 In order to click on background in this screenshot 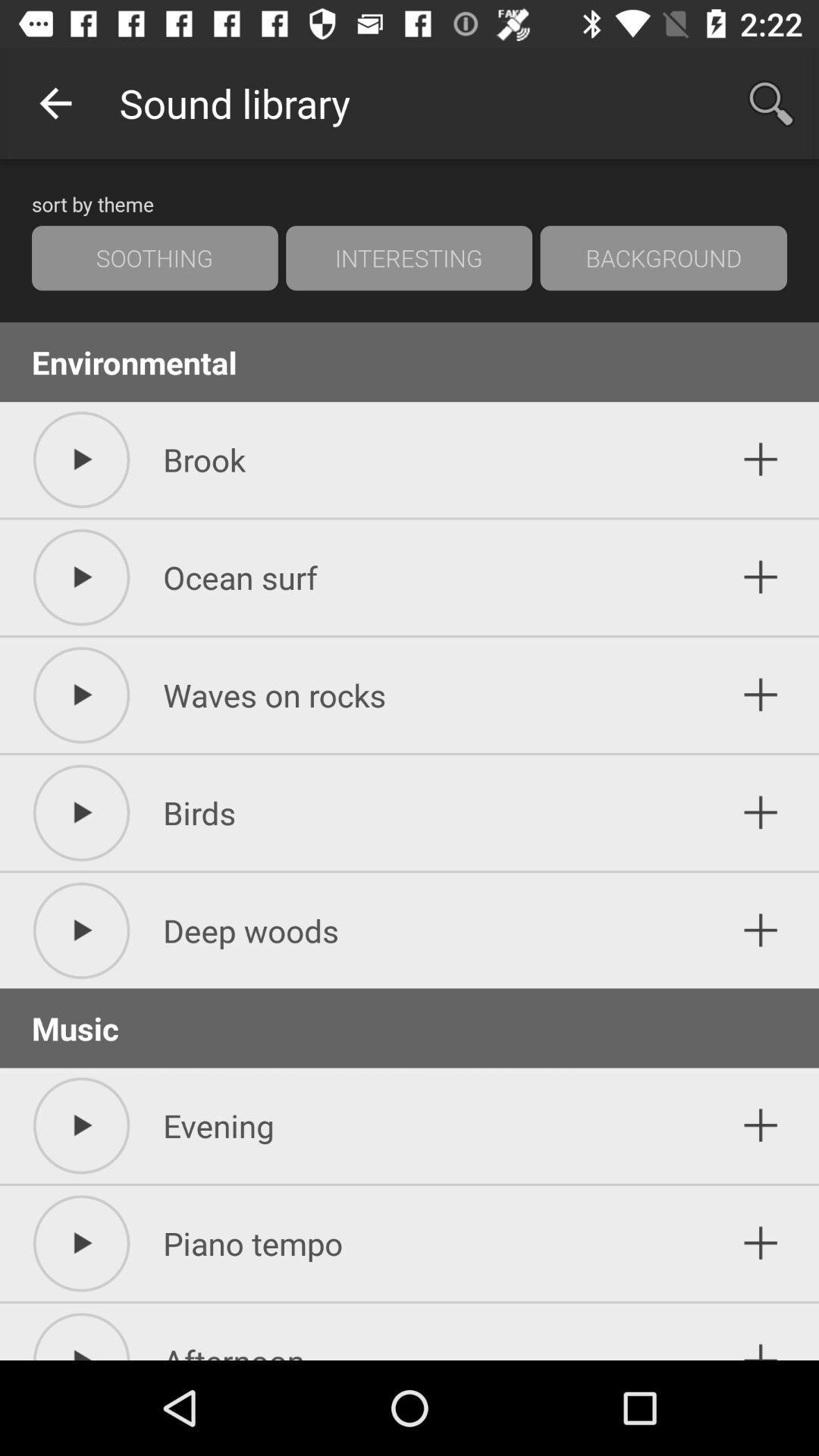, I will do `click(663, 258)`.